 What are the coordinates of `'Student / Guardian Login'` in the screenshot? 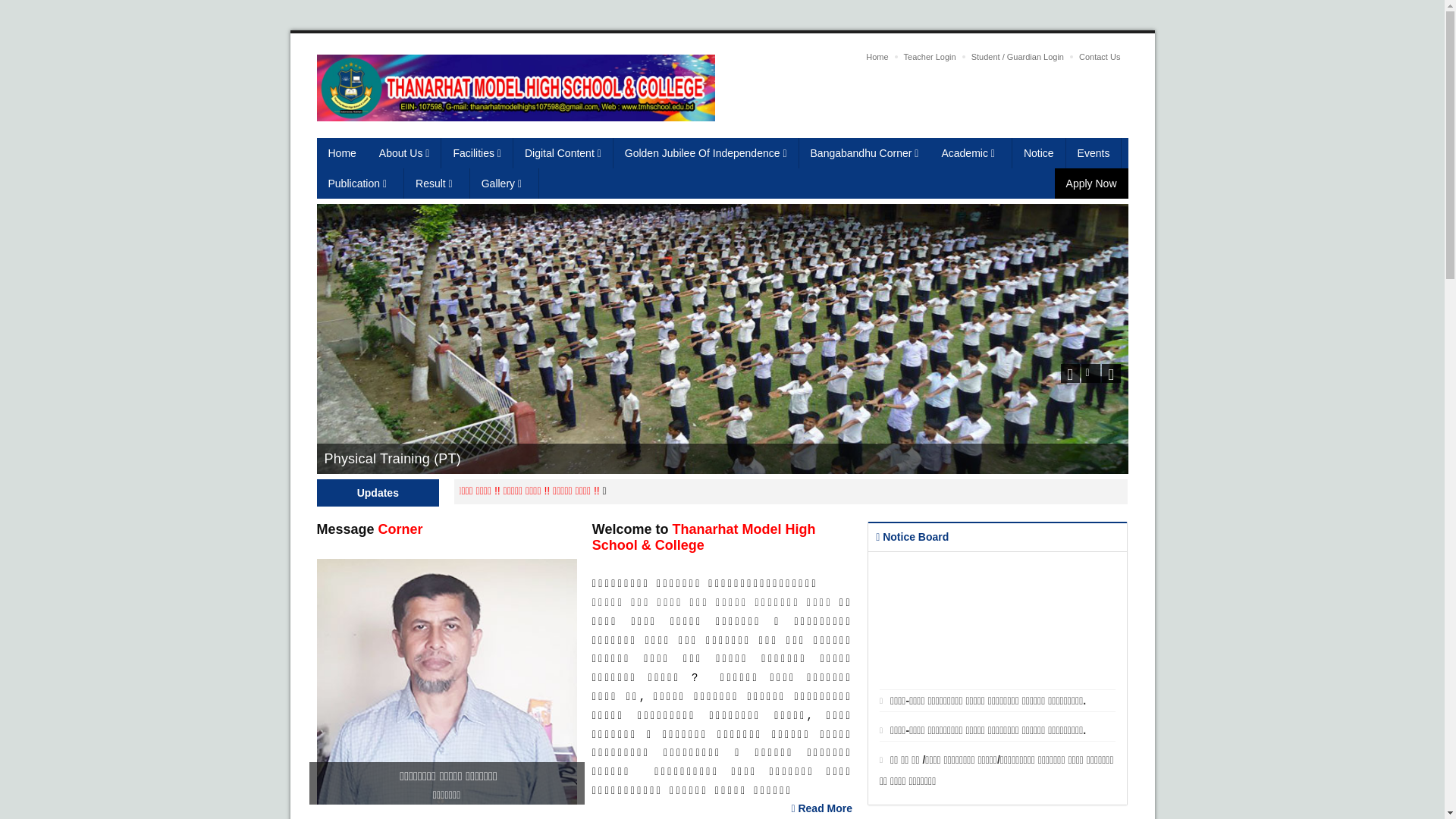 It's located at (1018, 55).